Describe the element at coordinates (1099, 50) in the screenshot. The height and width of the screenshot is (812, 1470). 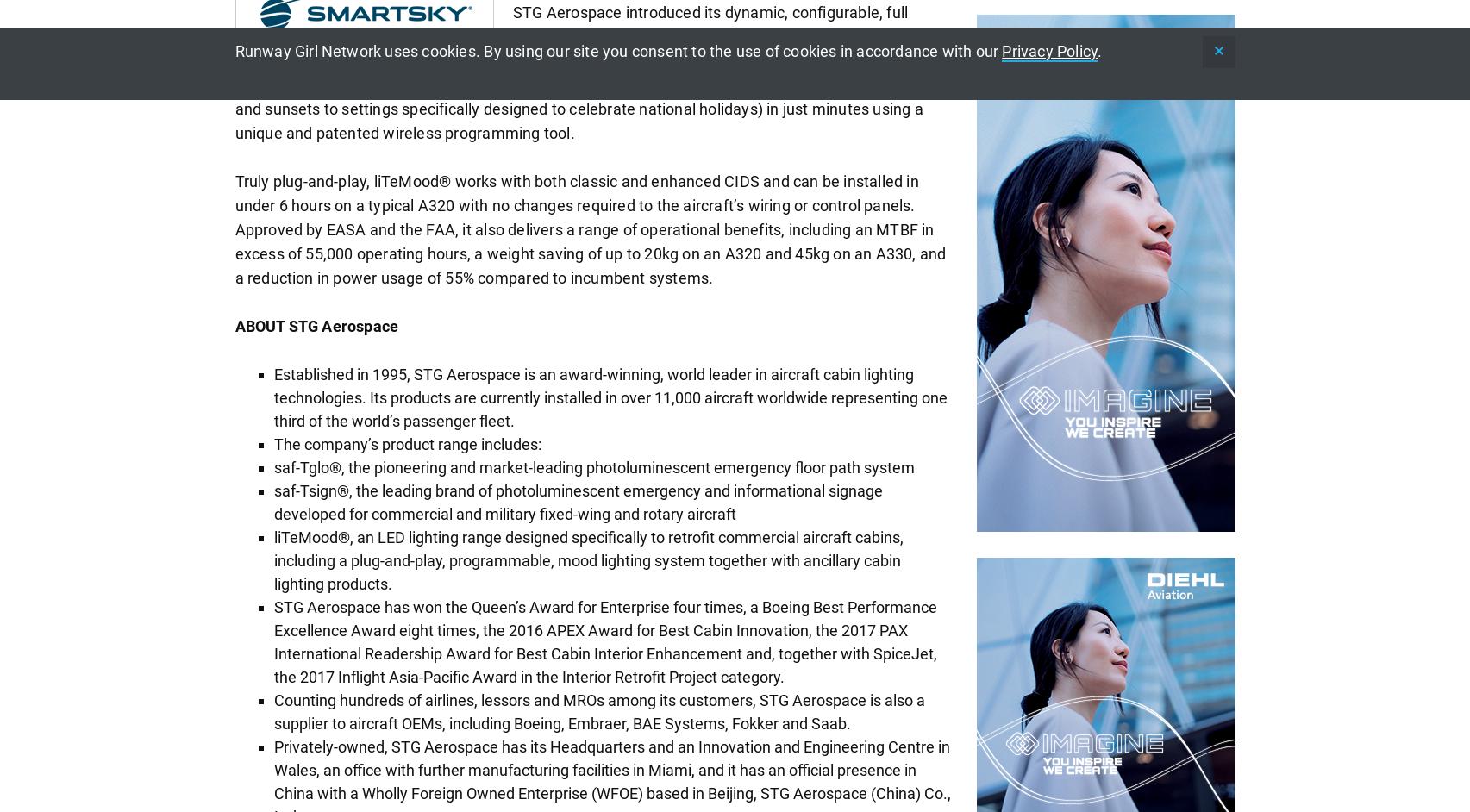
I see `'.'` at that location.